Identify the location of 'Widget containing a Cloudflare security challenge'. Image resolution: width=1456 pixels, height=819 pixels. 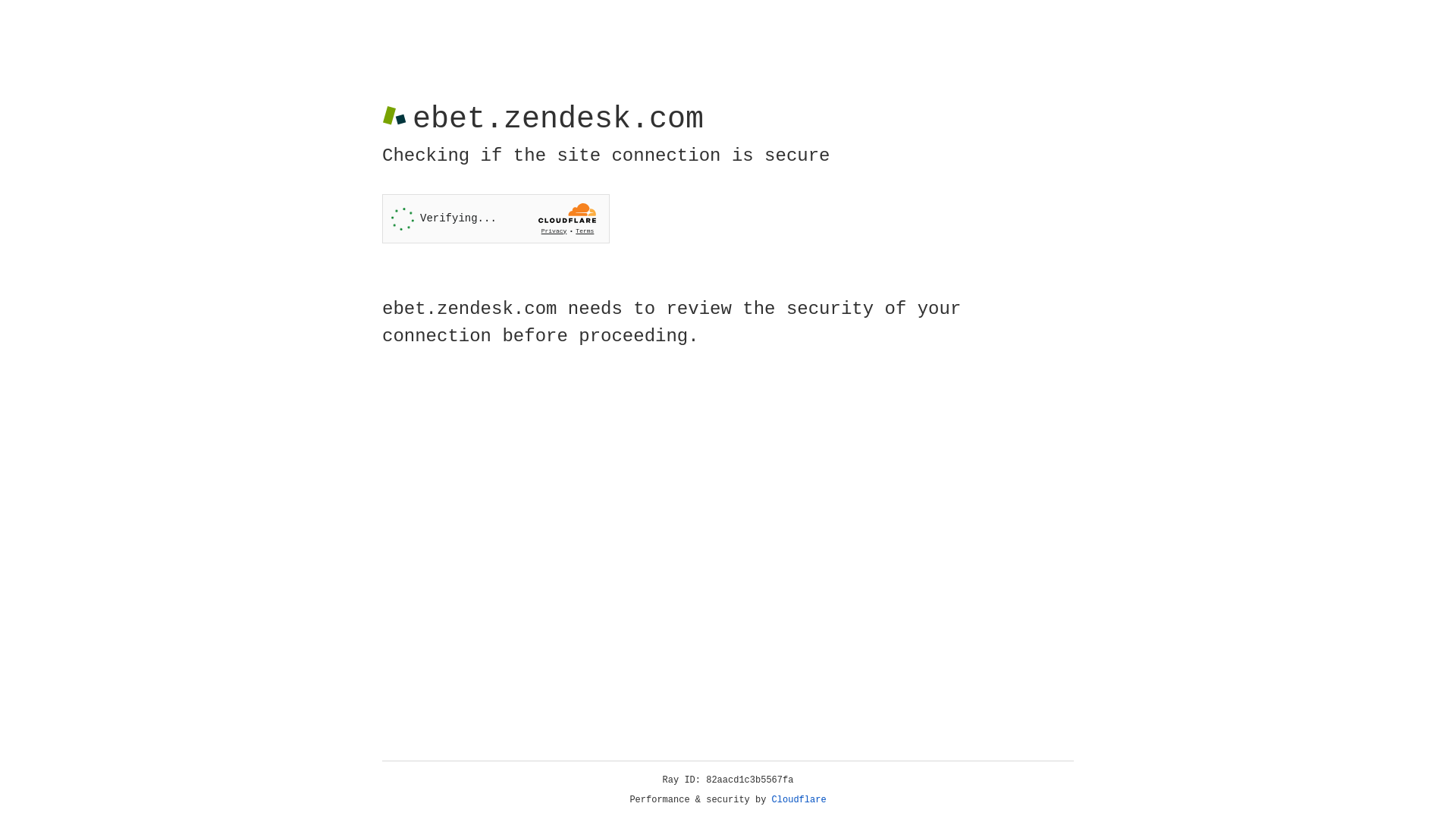
(495, 218).